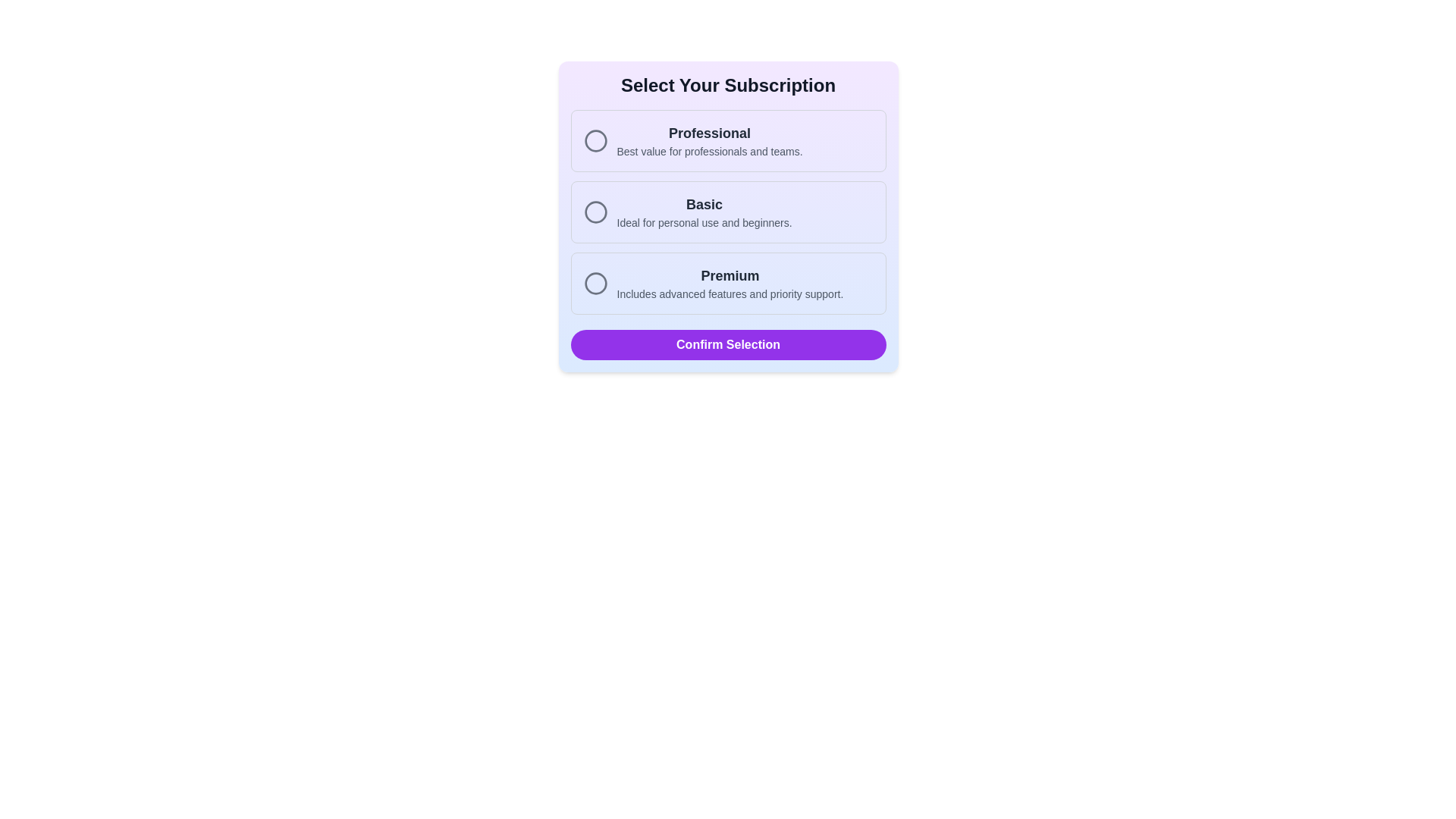 The image size is (1456, 819). What do you see at coordinates (595, 212) in the screenshot?
I see `the radio button for the 'Basic' subscription option` at bounding box center [595, 212].